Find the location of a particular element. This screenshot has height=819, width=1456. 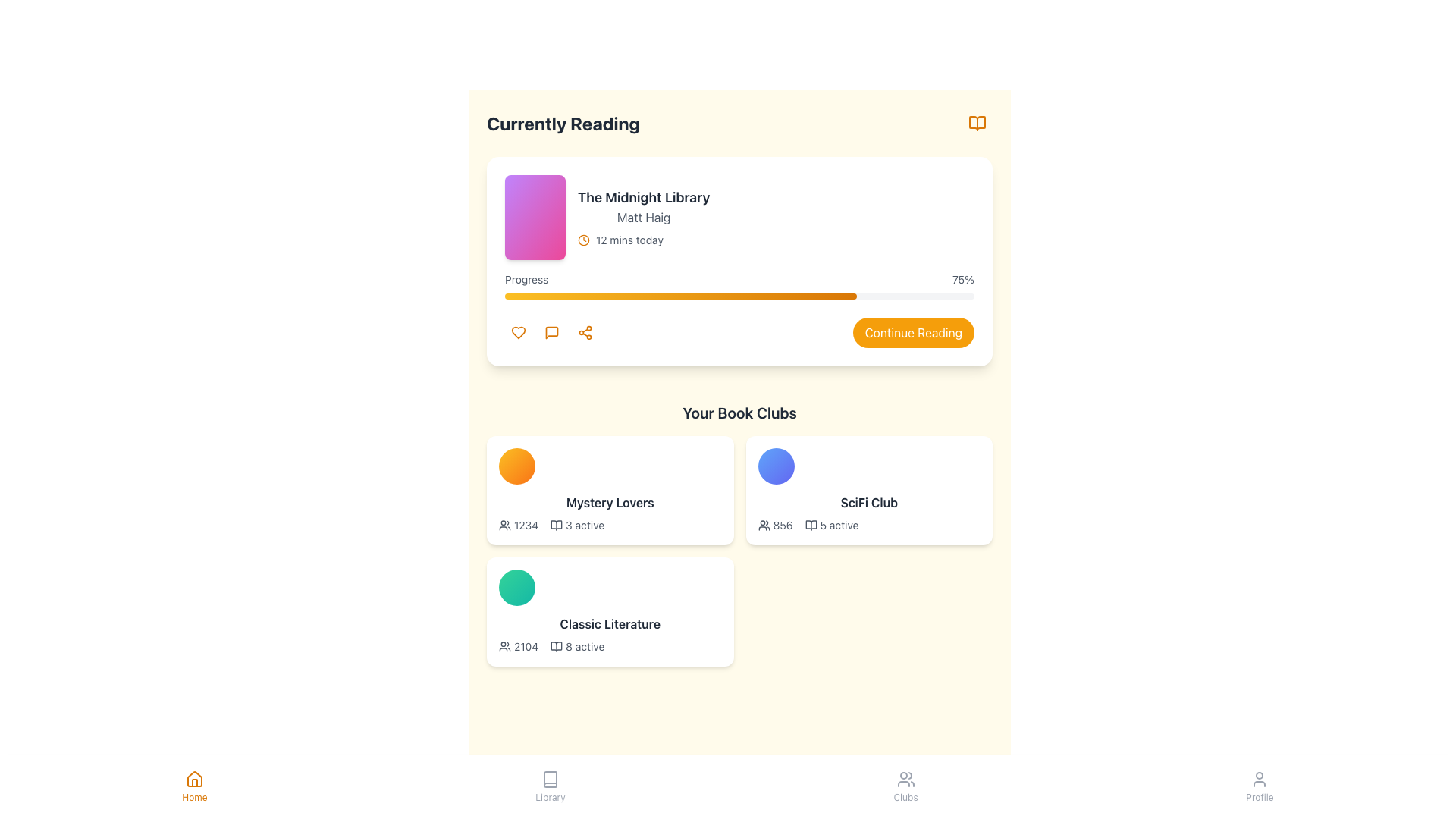

text label that identifies the book club, located in the bottom-left region of the 'Your Book Clubs' section, below the orange gradient avatar circle is located at coordinates (610, 503).